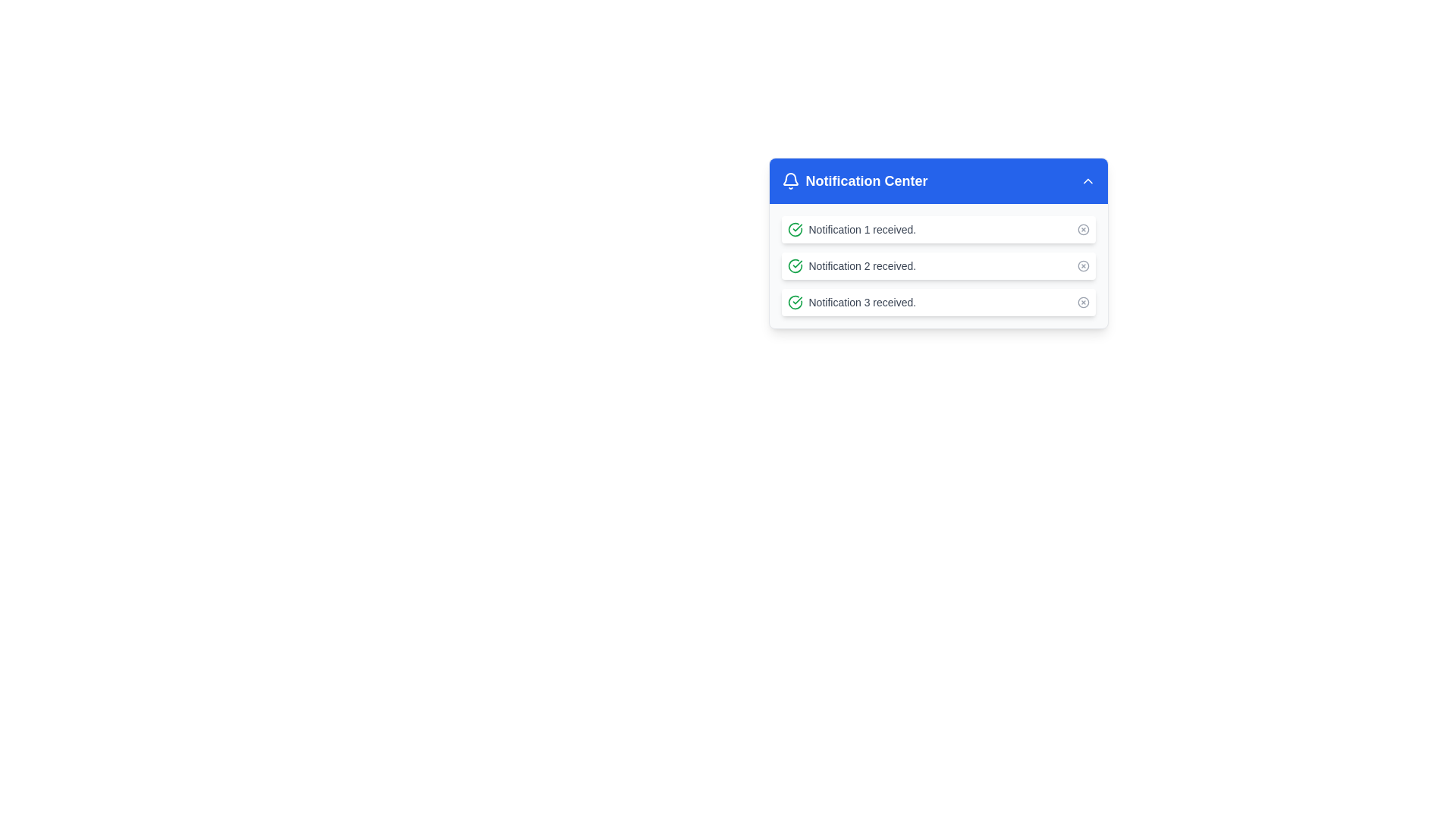 The height and width of the screenshot is (819, 1456). I want to click on the notification icon located at the far left side of the 'Notification Center' header to interact with it, so click(789, 180).